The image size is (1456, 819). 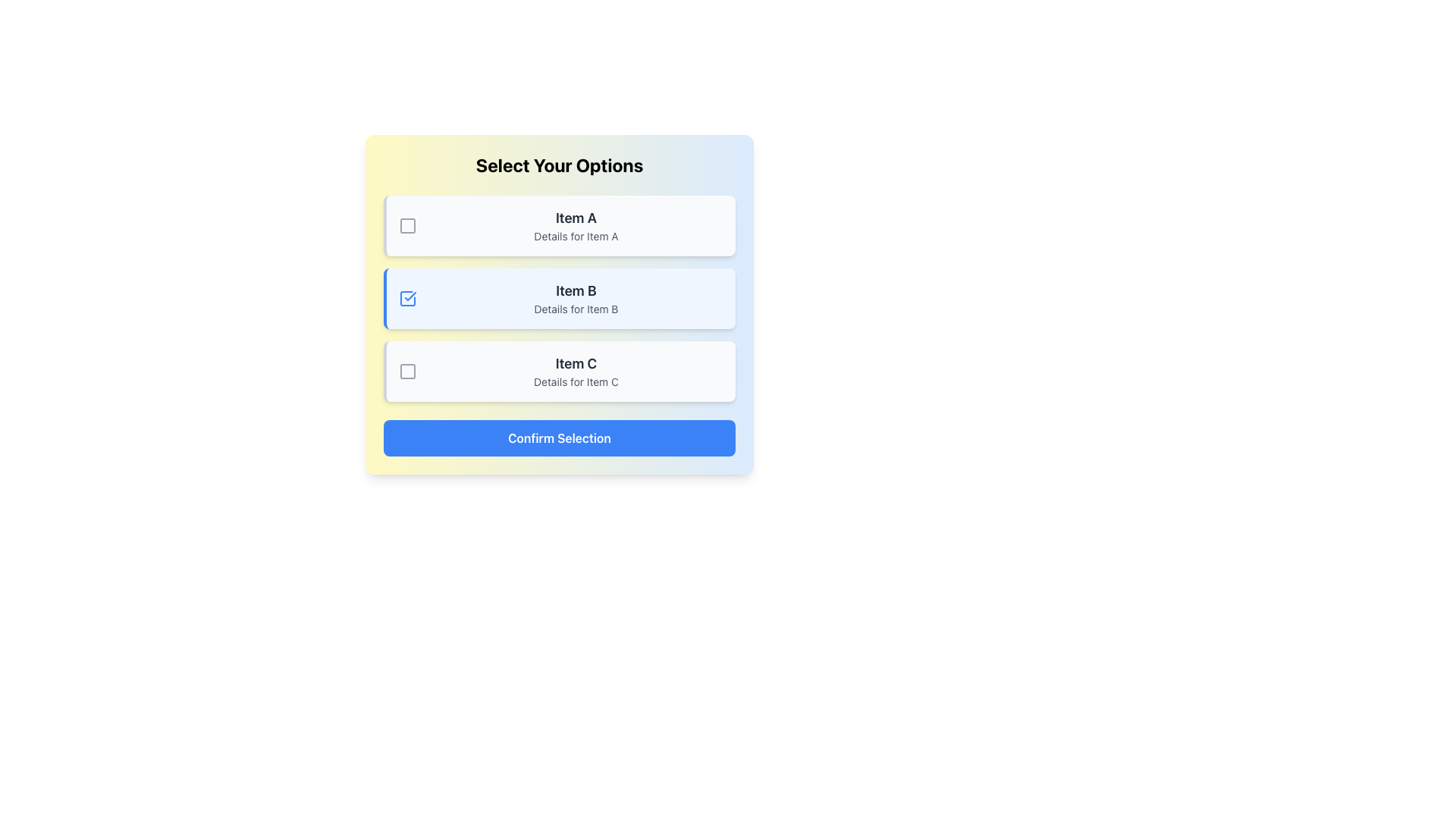 I want to click on text content displayed in the Text display element, which consists of a bold title 'Item B' and a smaller description 'Details for Item B', centered within a light blue background, so click(x=575, y=298).